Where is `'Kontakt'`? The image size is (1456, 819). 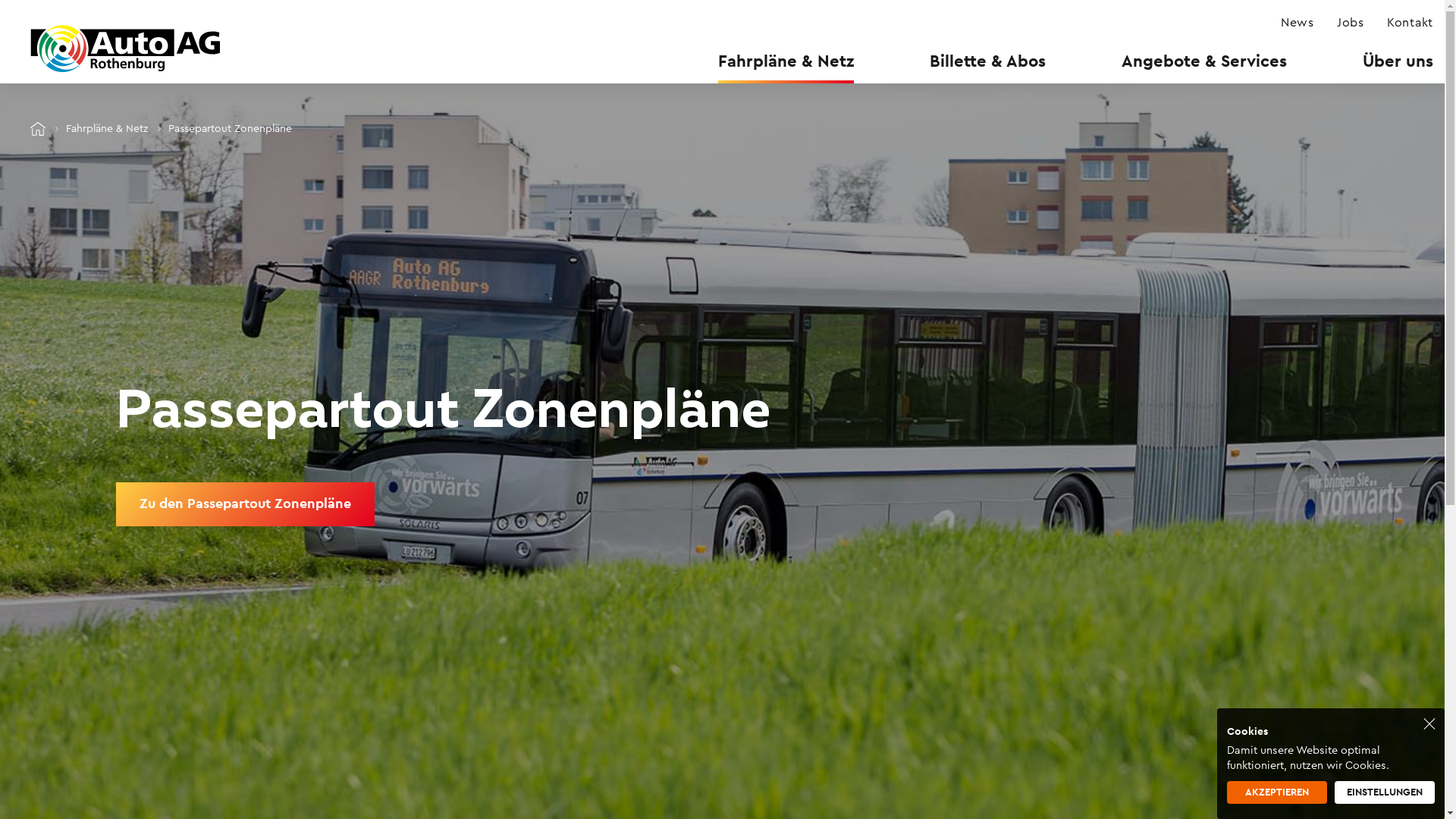
'Kontakt' is located at coordinates (1386, 23).